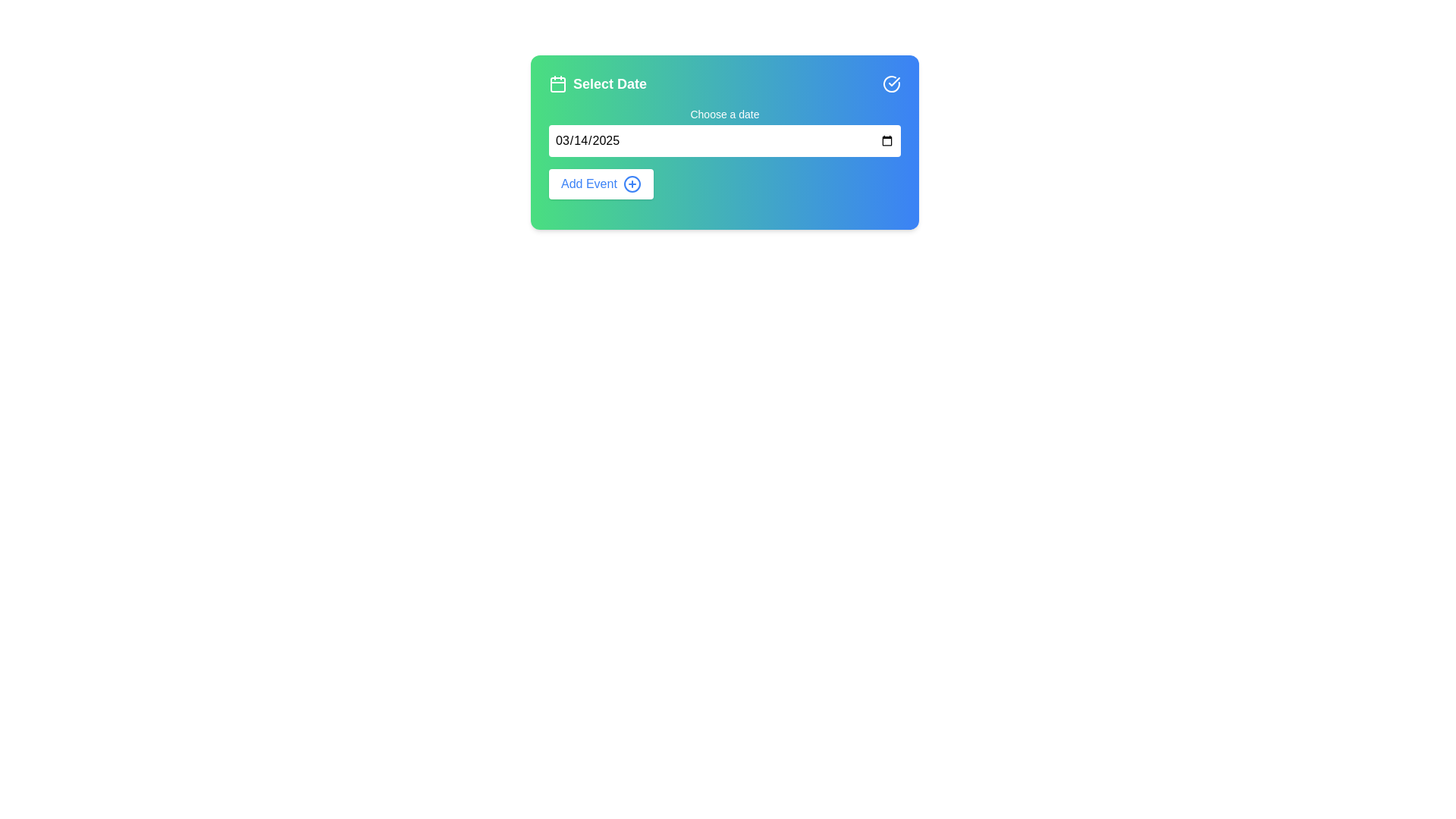 The height and width of the screenshot is (819, 1456). I want to click on the circular icon with a checkmark symbol located at the top-right corner of the 'Select Date' section, adjacent to the calendar input, so click(892, 84).